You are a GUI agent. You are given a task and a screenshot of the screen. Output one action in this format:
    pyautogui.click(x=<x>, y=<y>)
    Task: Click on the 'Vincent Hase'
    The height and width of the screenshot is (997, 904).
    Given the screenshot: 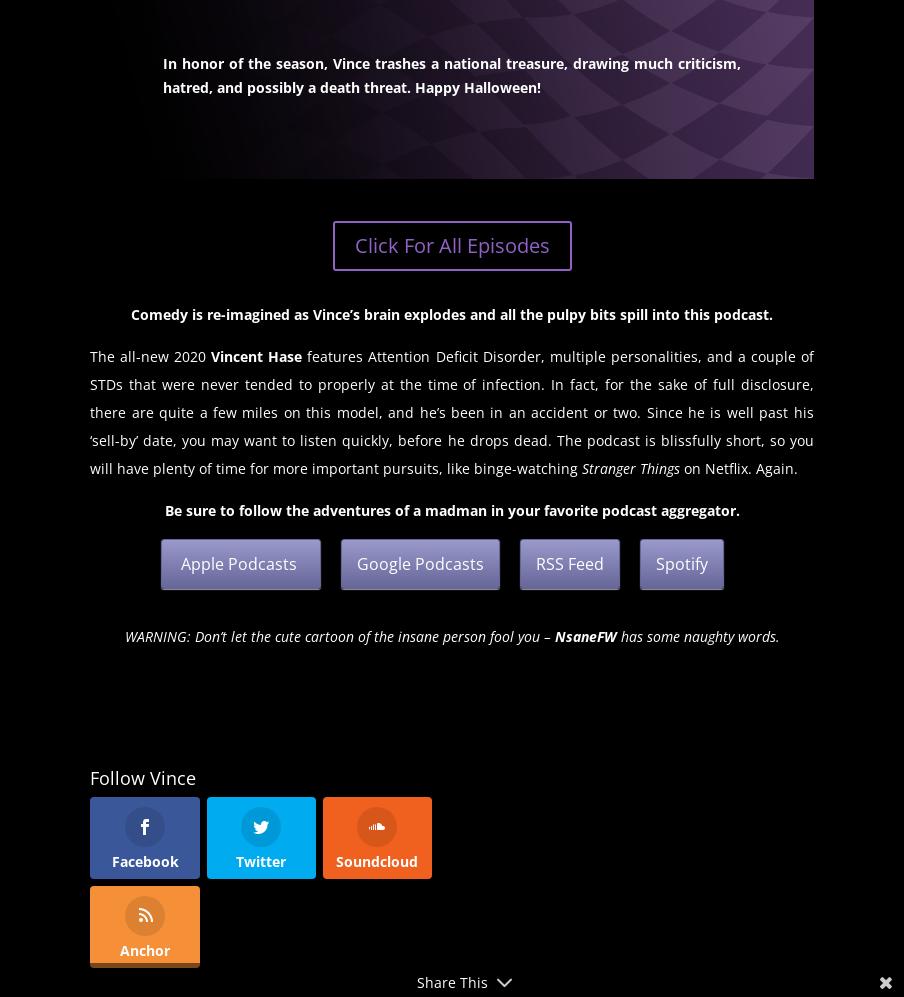 What is the action you would take?
    pyautogui.click(x=253, y=355)
    